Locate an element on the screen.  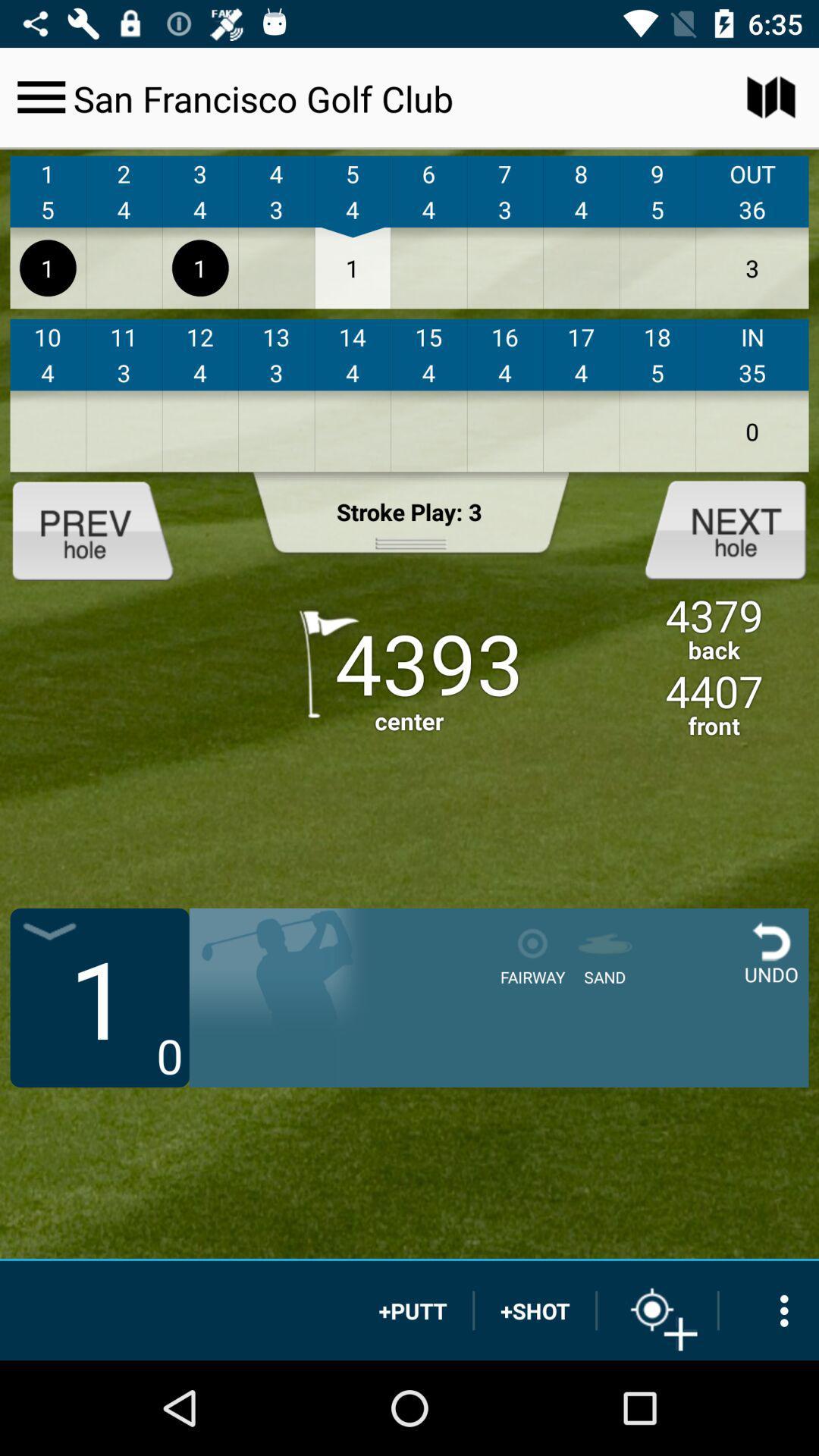
prev hole is located at coordinates (105, 529).